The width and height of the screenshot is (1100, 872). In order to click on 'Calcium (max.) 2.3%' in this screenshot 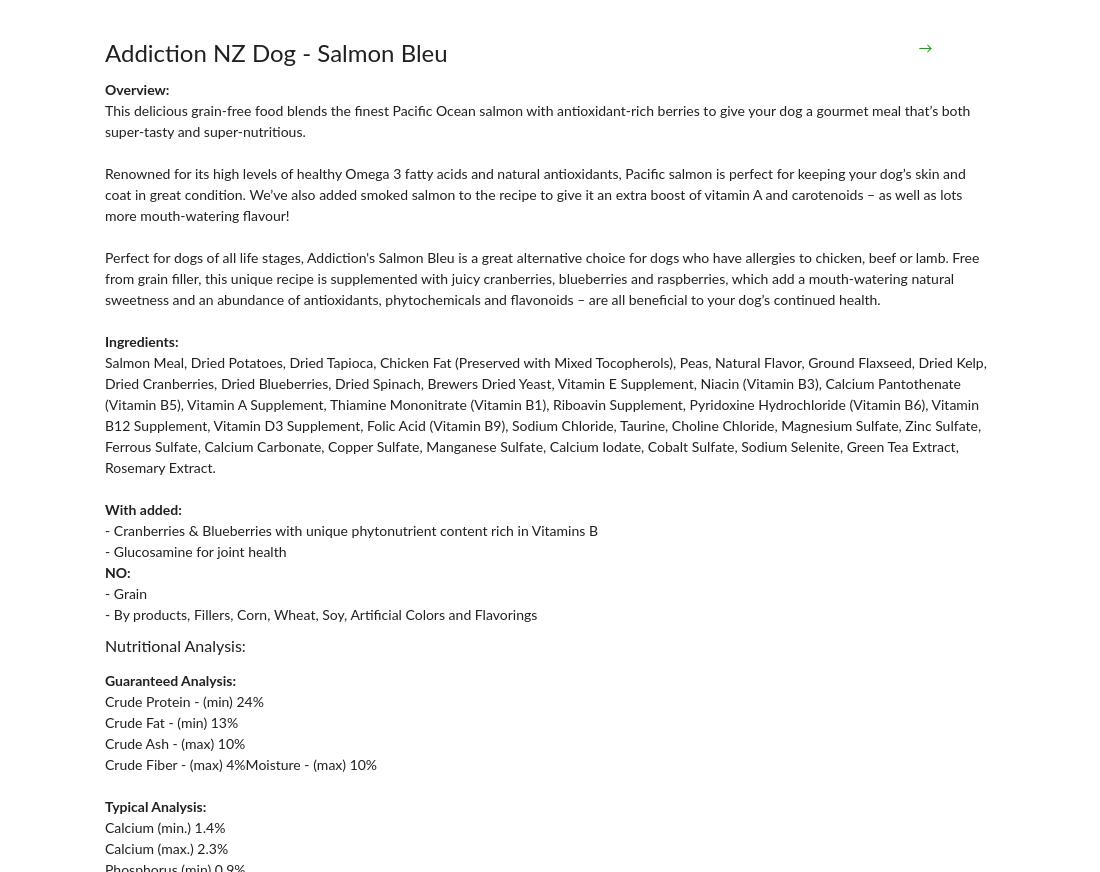, I will do `click(105, 850)`.